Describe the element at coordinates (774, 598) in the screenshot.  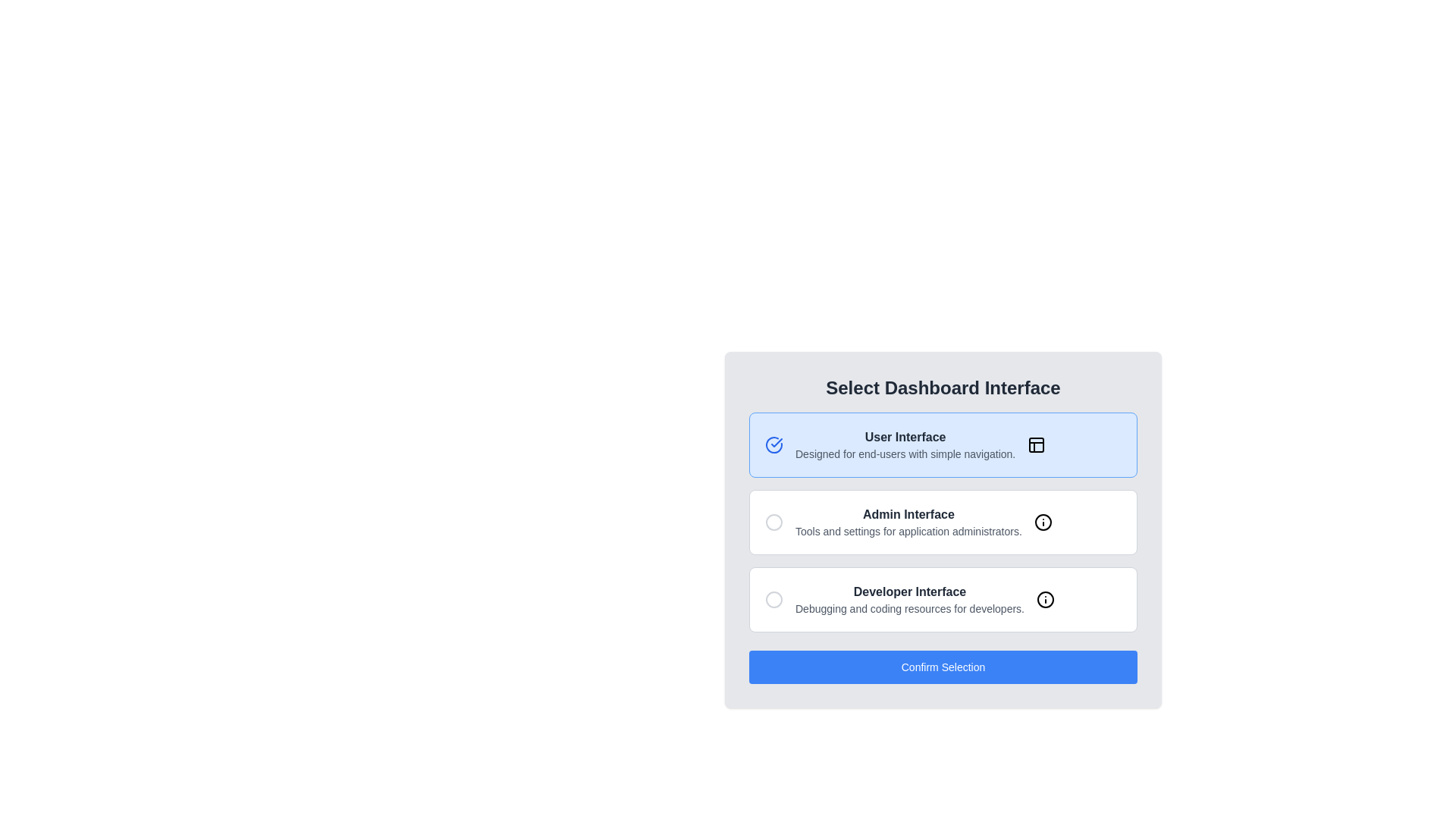
I see `the center of the decorative circle icon resembling a radio button` at that location.